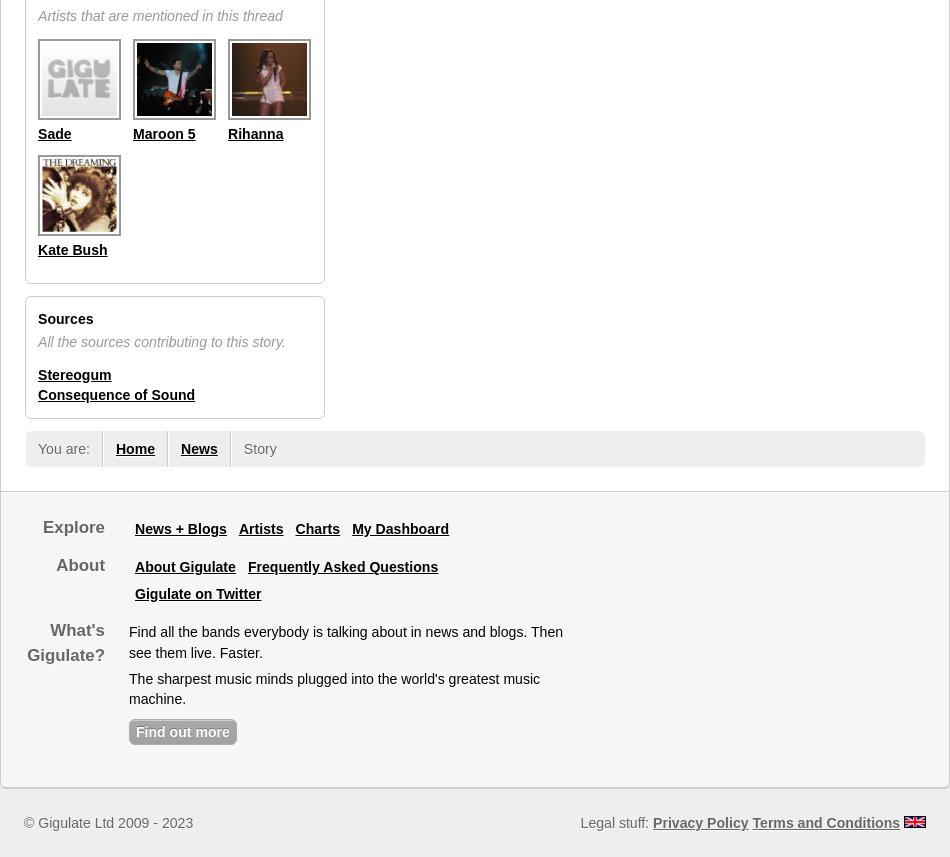 Image resolution: width=950 pixels, height=857 pixels. Describe the element at coordinates (163, 132) in the screenshot. I see `'Maroon 5'` at that location.